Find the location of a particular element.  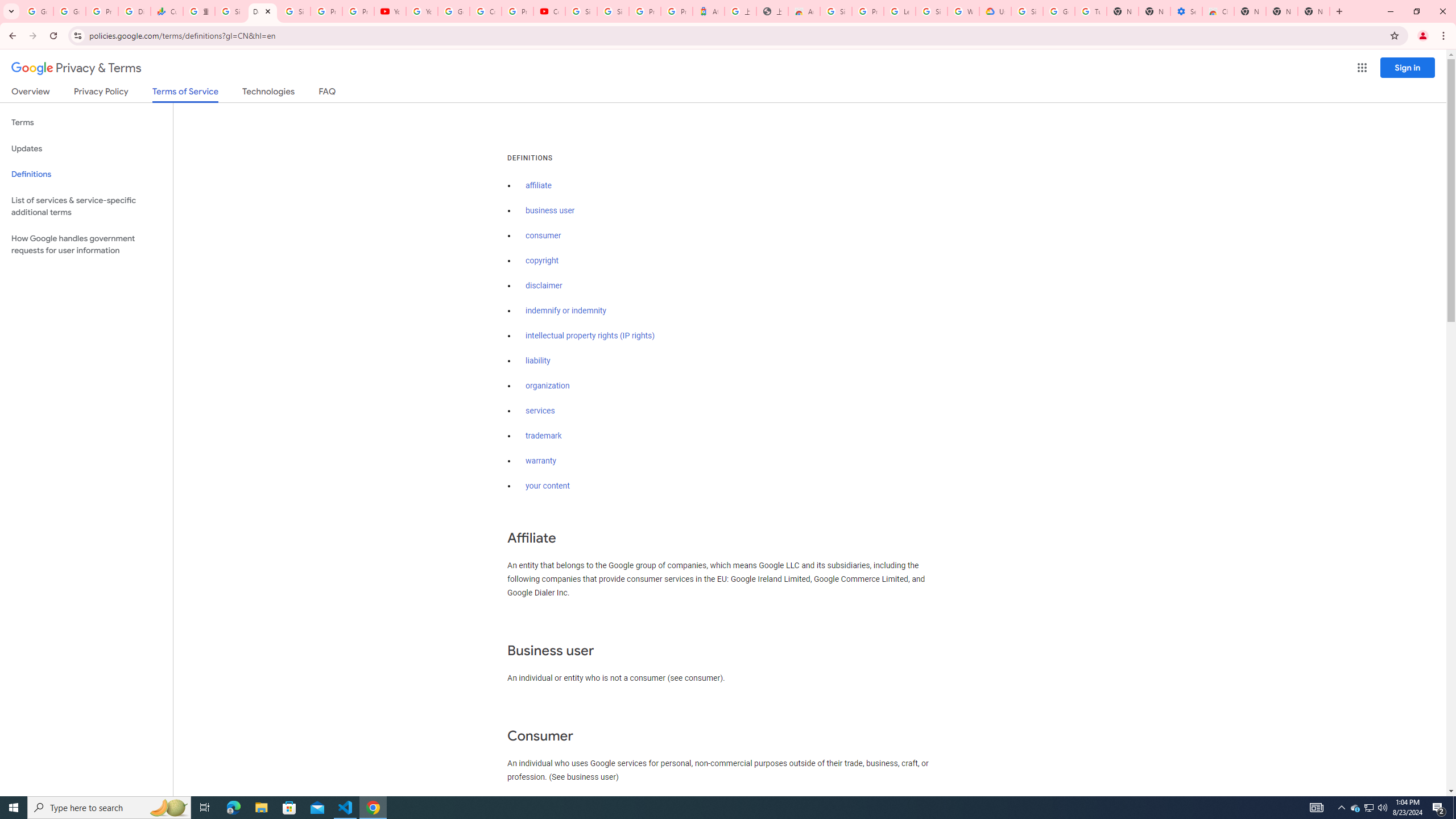

'intellectual property rights (IP rights)' is located at coordinates (590, 336).